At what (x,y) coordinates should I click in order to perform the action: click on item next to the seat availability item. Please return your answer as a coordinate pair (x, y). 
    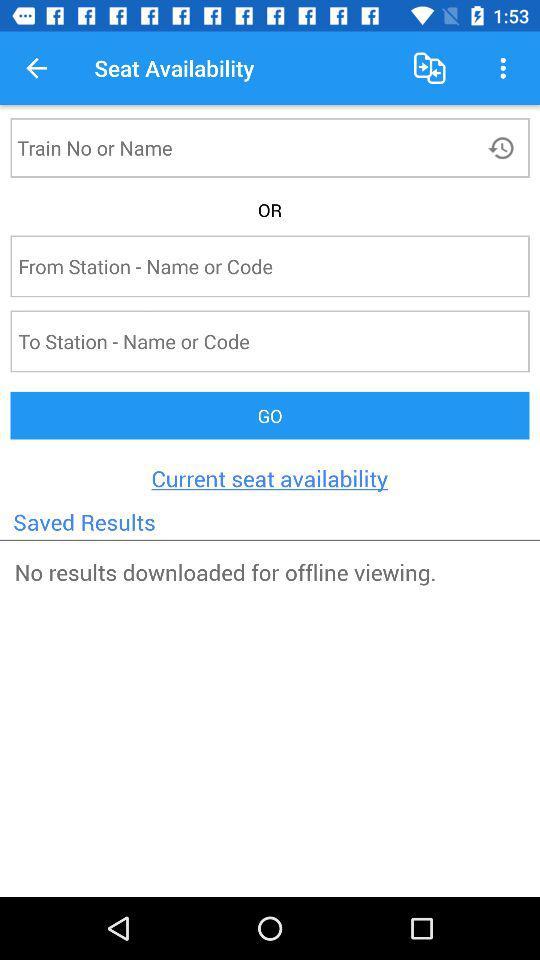
    Looking at the image, I should click on (428, 68).